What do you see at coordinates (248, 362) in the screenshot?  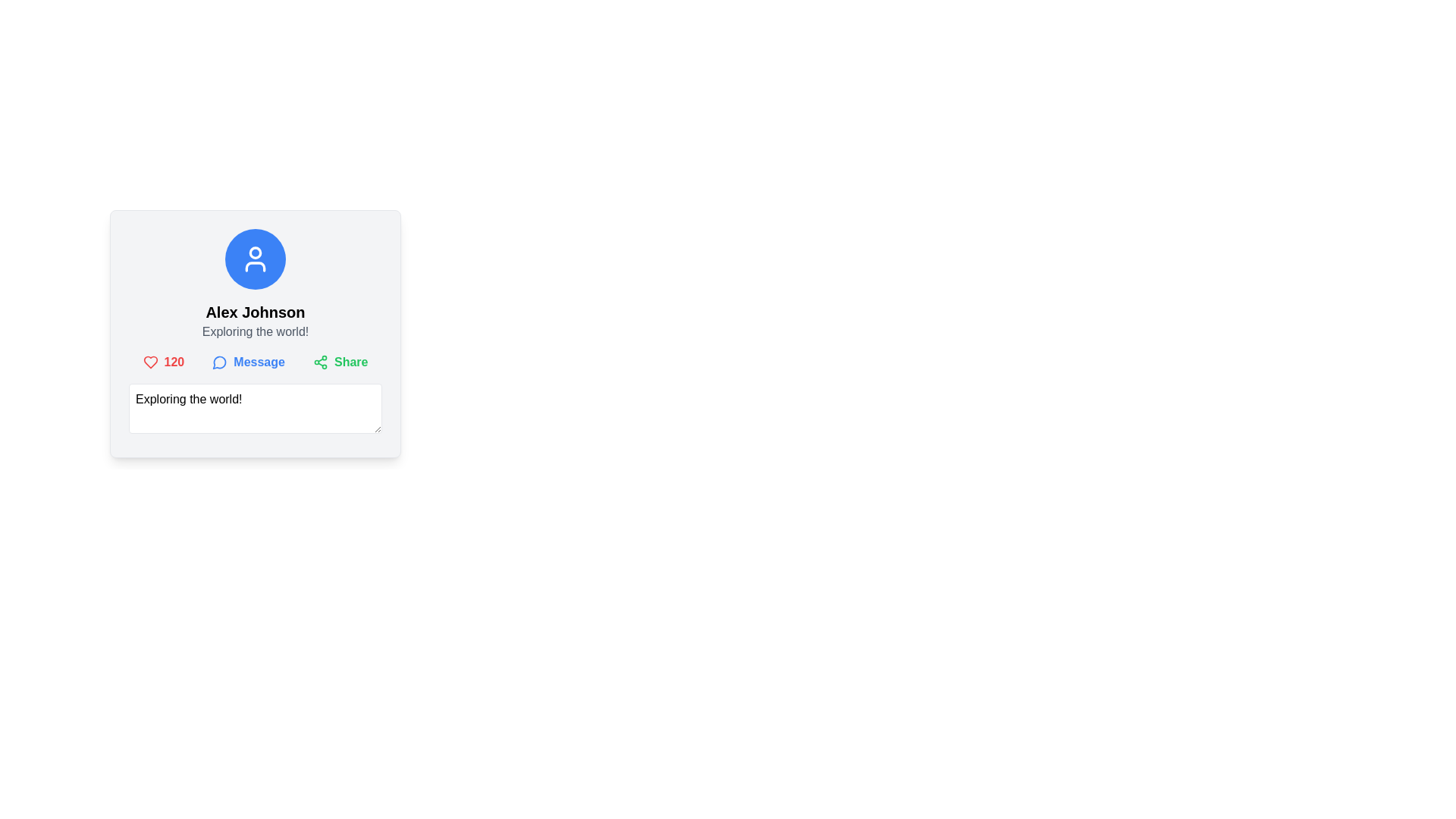 I see `the 'Message' button, which is visually distinctive with a blue color and has a speech bubble icon on its left, to initiate a messaging action` at bounding box center [248, 362].